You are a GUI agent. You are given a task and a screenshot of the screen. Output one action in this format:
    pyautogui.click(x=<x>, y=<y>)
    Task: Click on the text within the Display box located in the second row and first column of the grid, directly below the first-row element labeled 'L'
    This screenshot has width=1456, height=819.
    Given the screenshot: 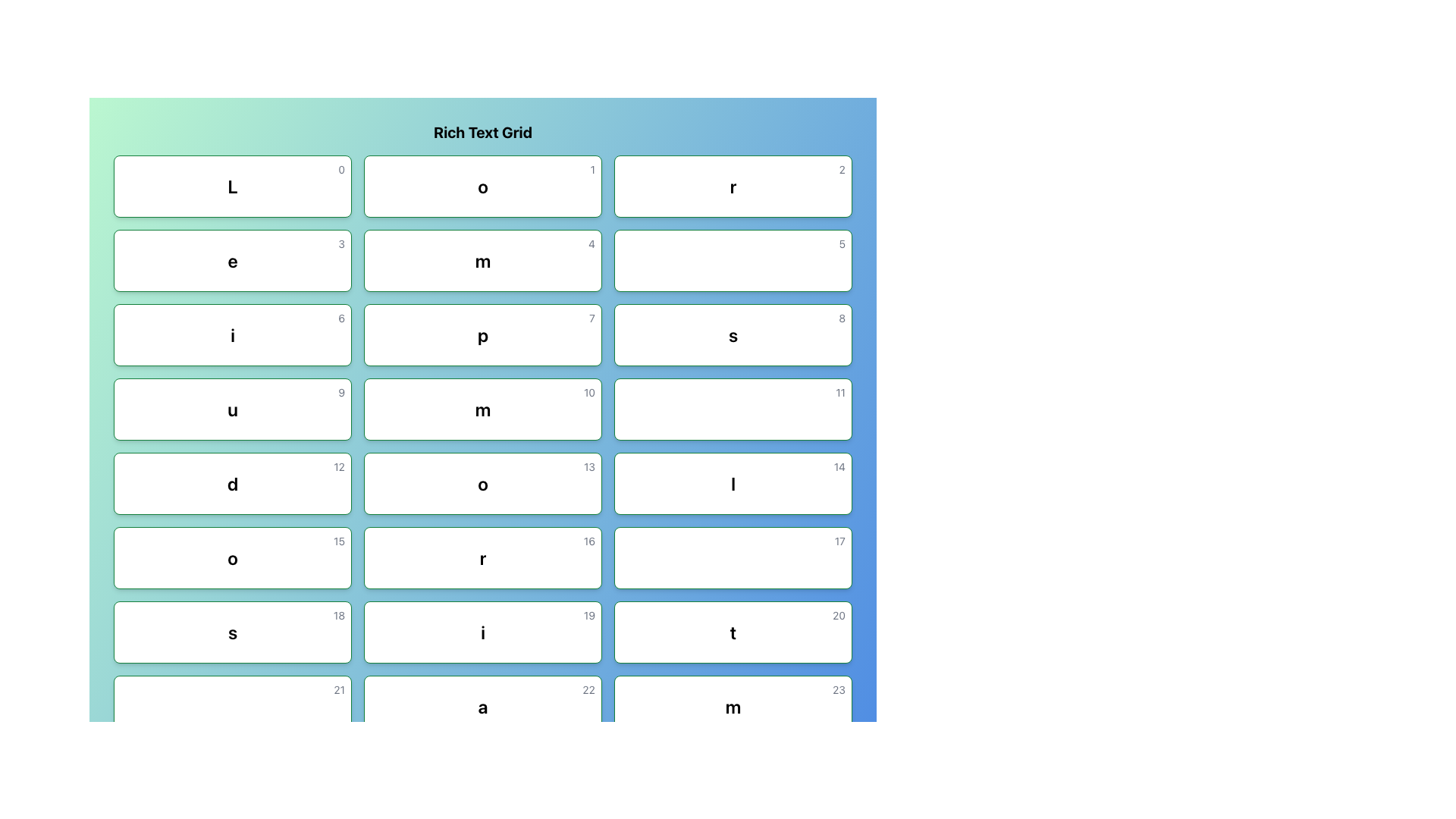 What is the action you would take?
    pyautogui.click(x=232, y=259)
    